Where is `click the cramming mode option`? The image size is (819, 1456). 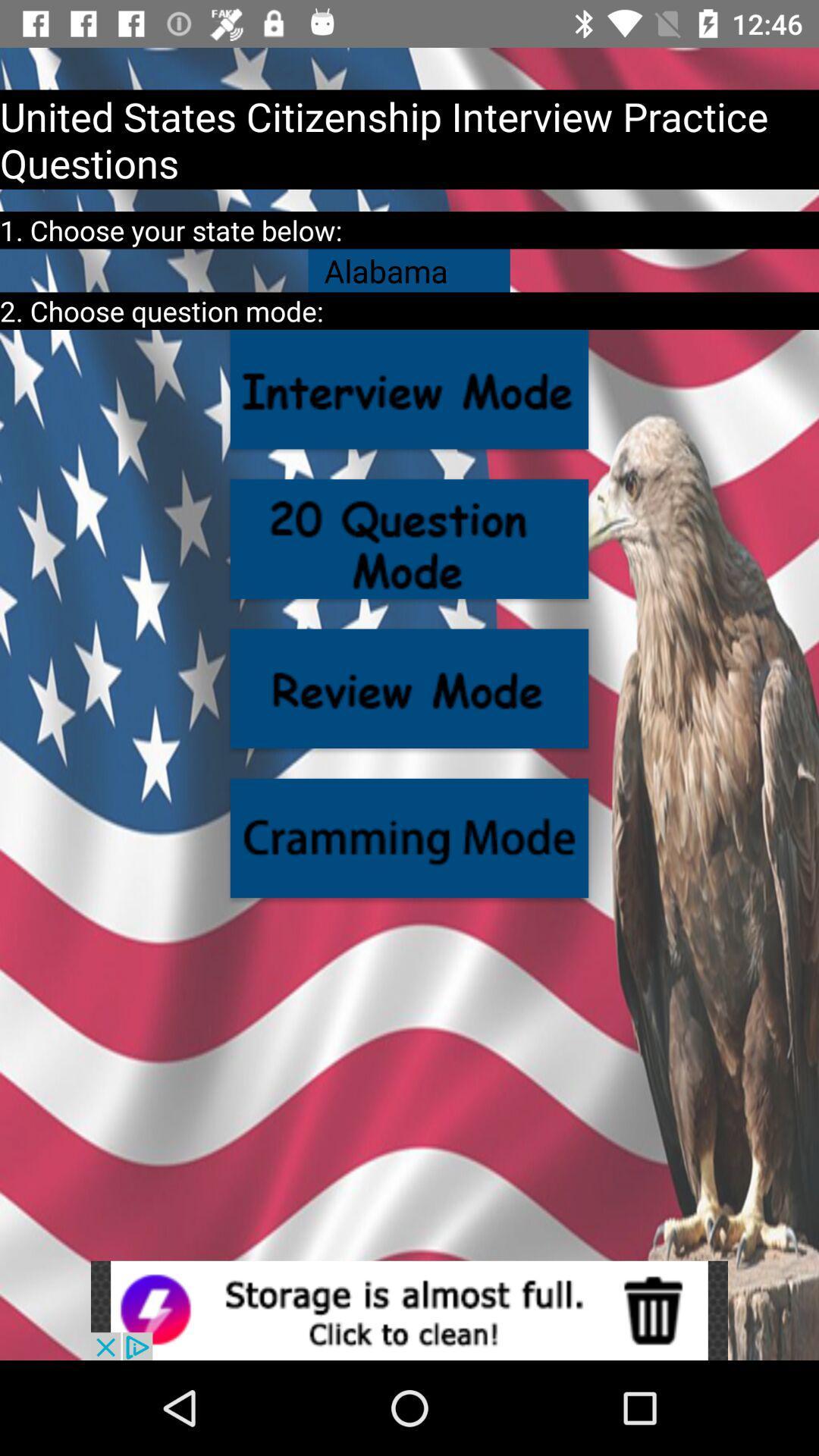 click the cramming mode option is located at coordinates (409, 837).